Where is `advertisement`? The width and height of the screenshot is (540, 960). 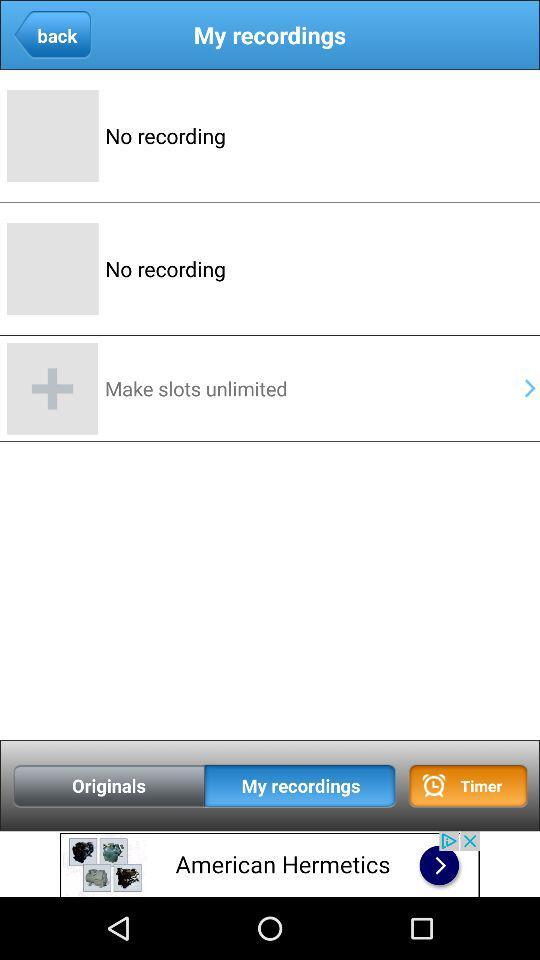
advertisement is located at coordinates (270, 863).